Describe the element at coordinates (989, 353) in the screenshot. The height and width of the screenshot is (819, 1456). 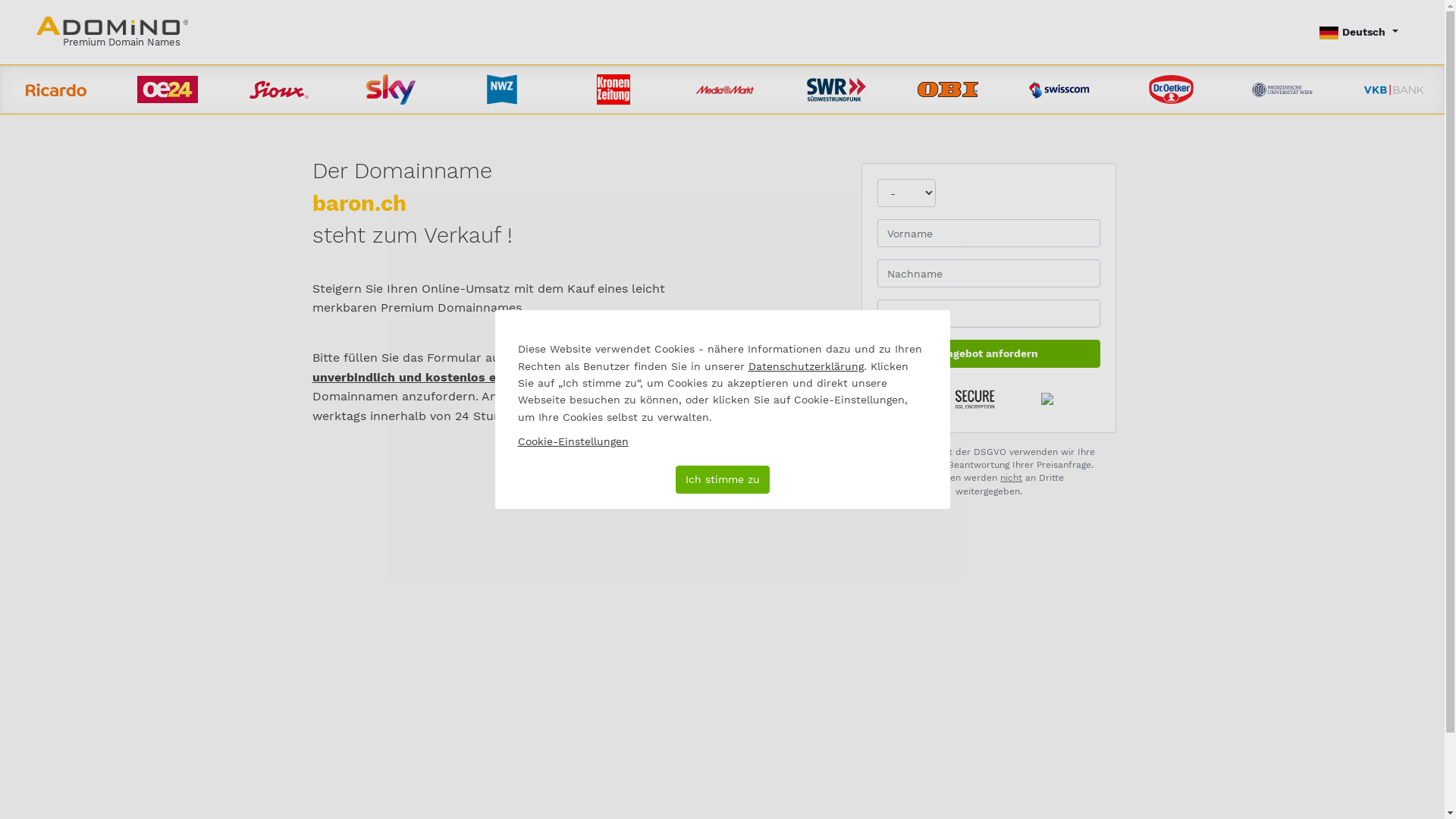
I see `'Angebot anfordern'` at that location.